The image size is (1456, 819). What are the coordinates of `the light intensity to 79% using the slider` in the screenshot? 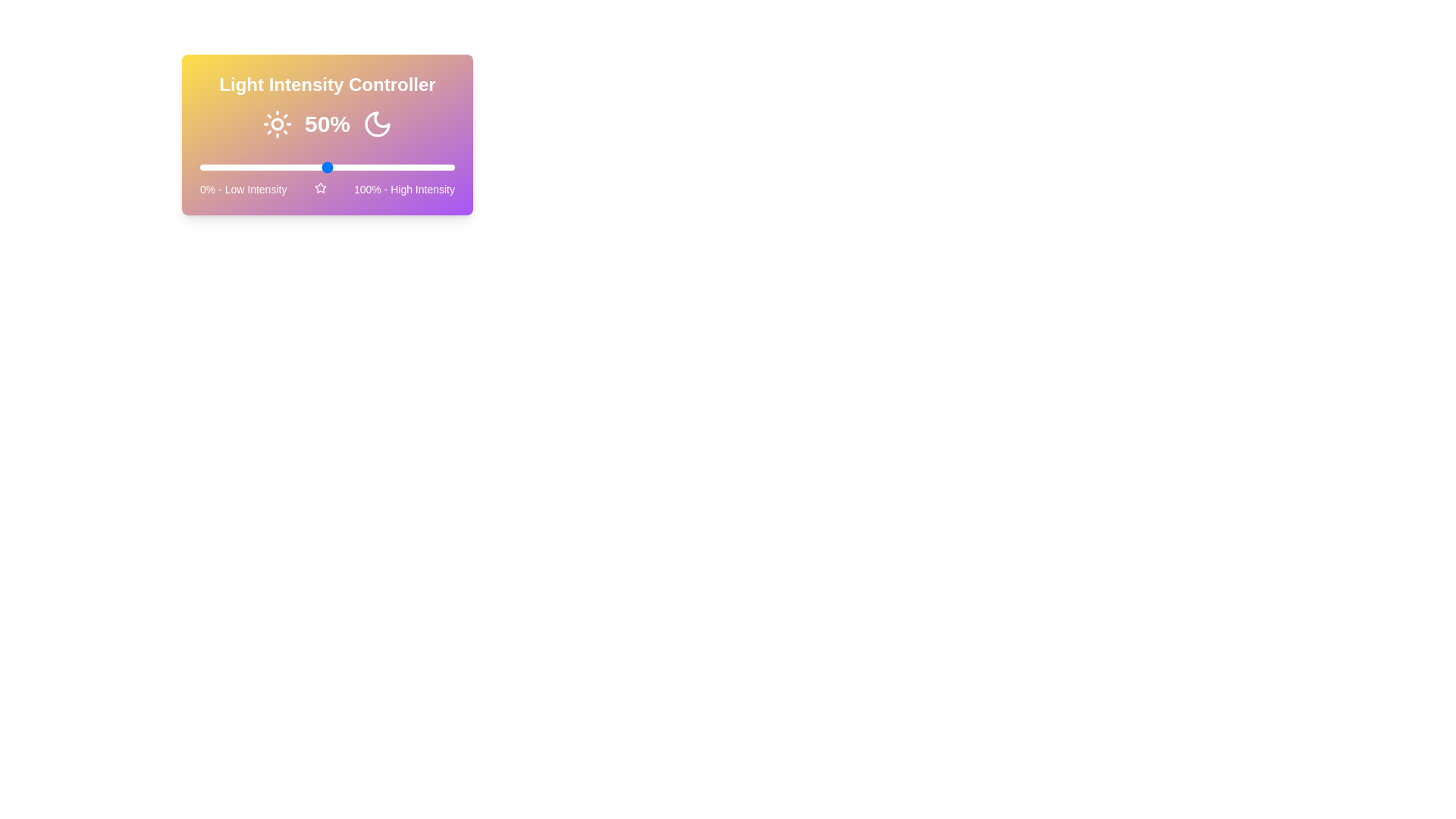 It's located at (401, 167).